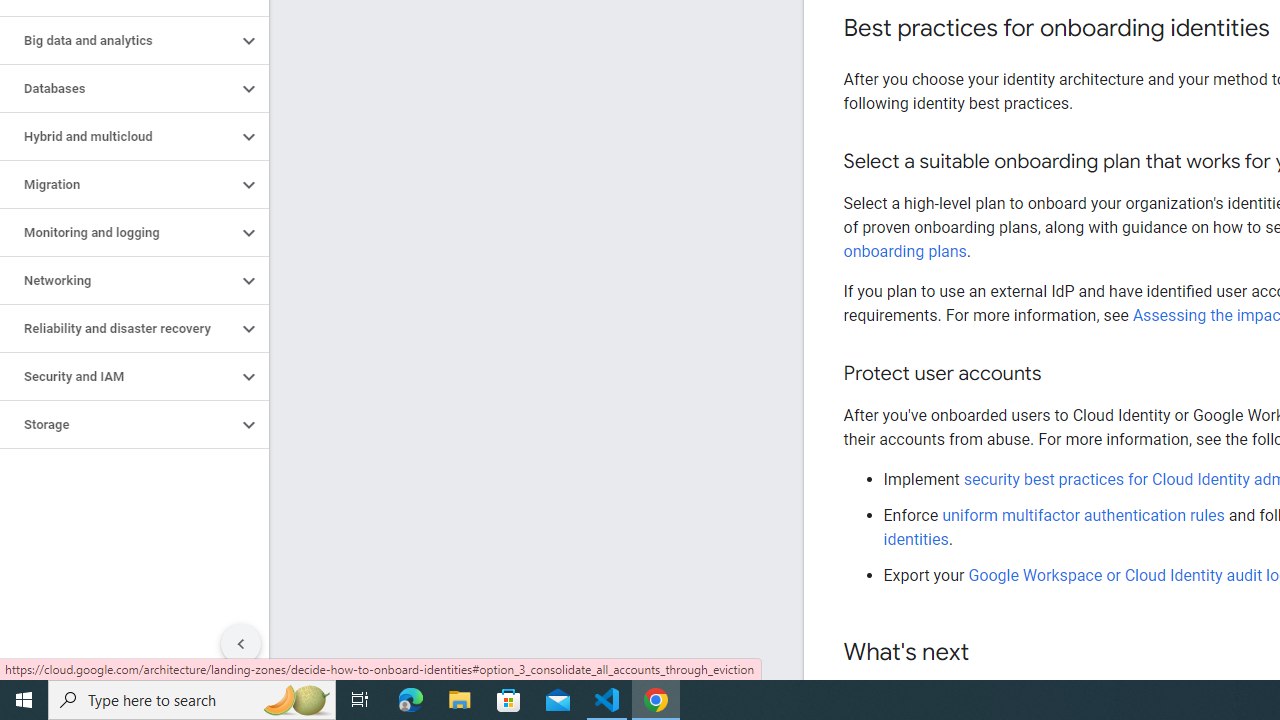  What do you see at coordinates (240, 644) in the screenshot?
I see `'Hide side navigation'` at bounding box center [240, 644].